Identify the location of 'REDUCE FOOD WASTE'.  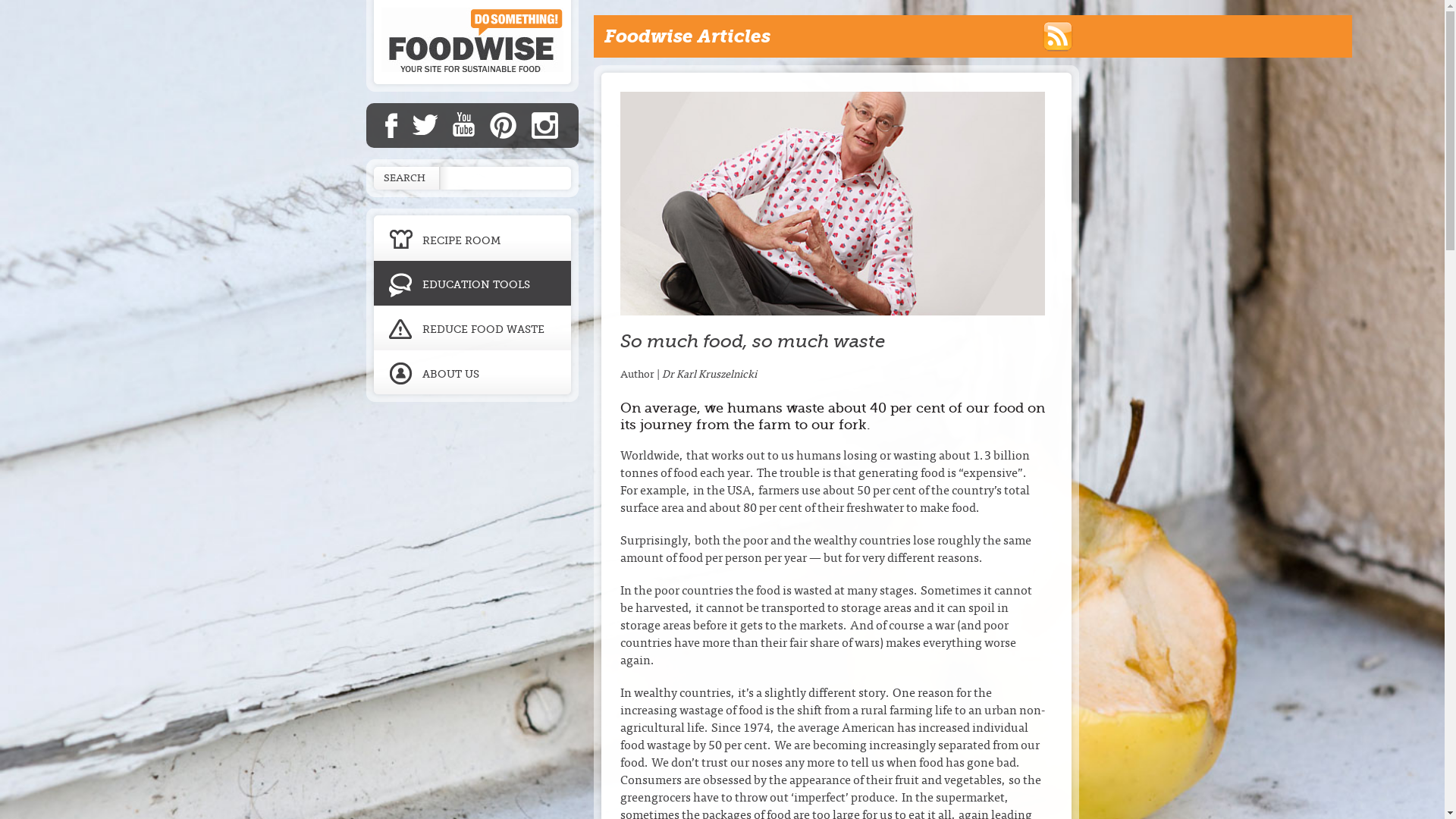
(471, 327).